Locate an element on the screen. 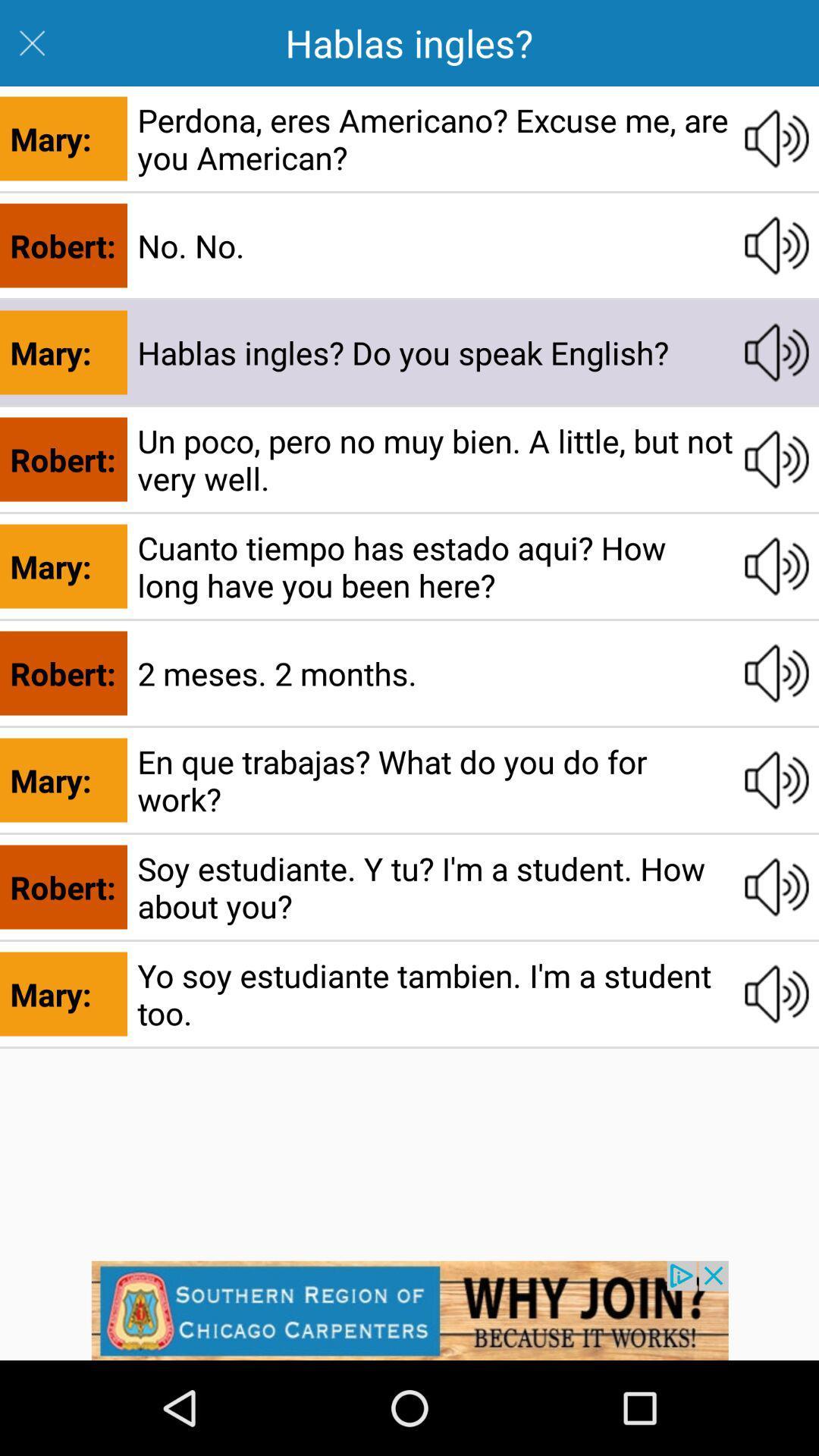  audio is located at coordinates (777, 566).